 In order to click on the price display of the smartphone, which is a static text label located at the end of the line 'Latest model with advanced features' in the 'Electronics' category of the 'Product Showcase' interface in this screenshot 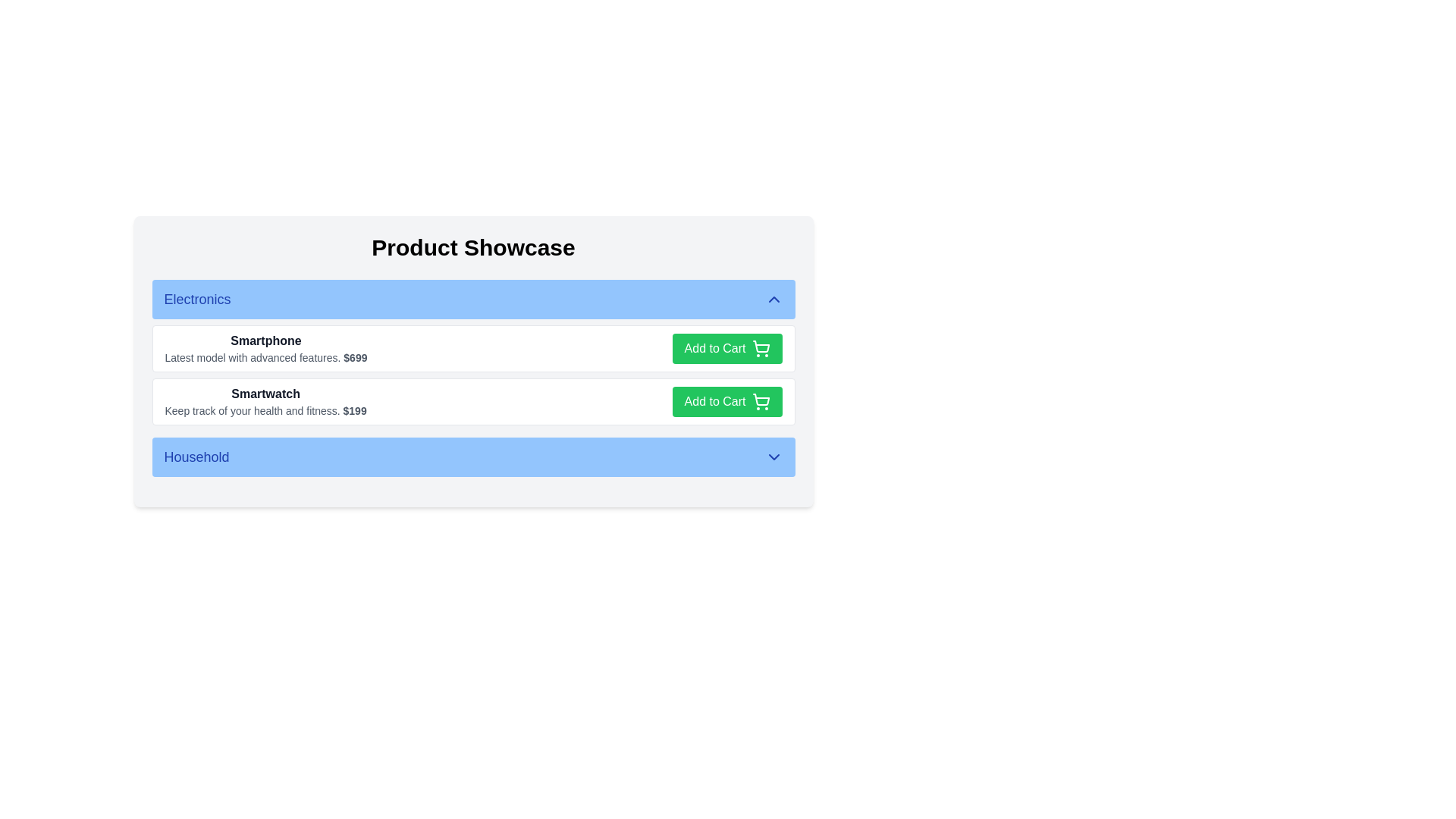, I will do `click(354, 357)`.